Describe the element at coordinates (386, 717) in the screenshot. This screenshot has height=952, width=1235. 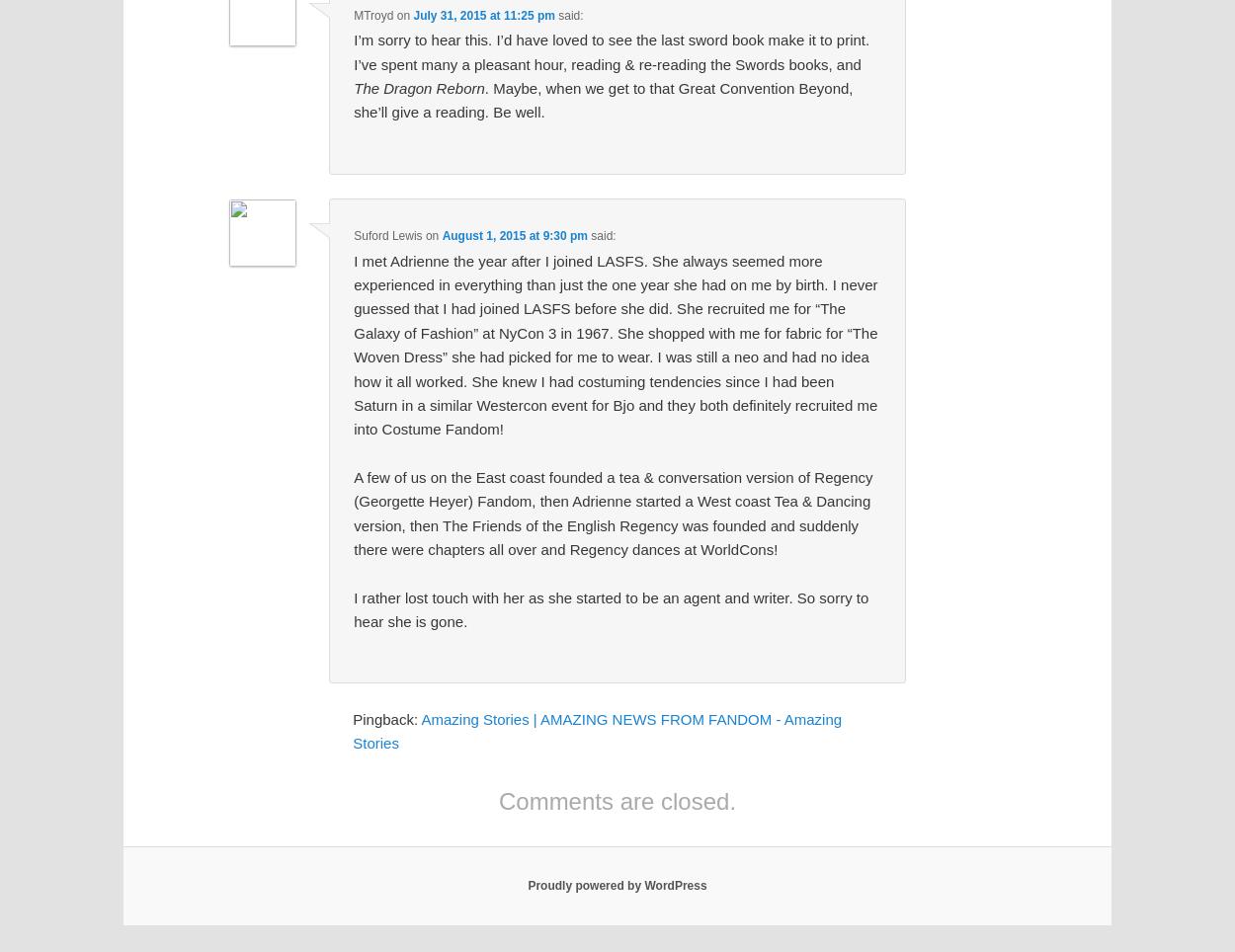
I see `'Pingback:'` at that location.